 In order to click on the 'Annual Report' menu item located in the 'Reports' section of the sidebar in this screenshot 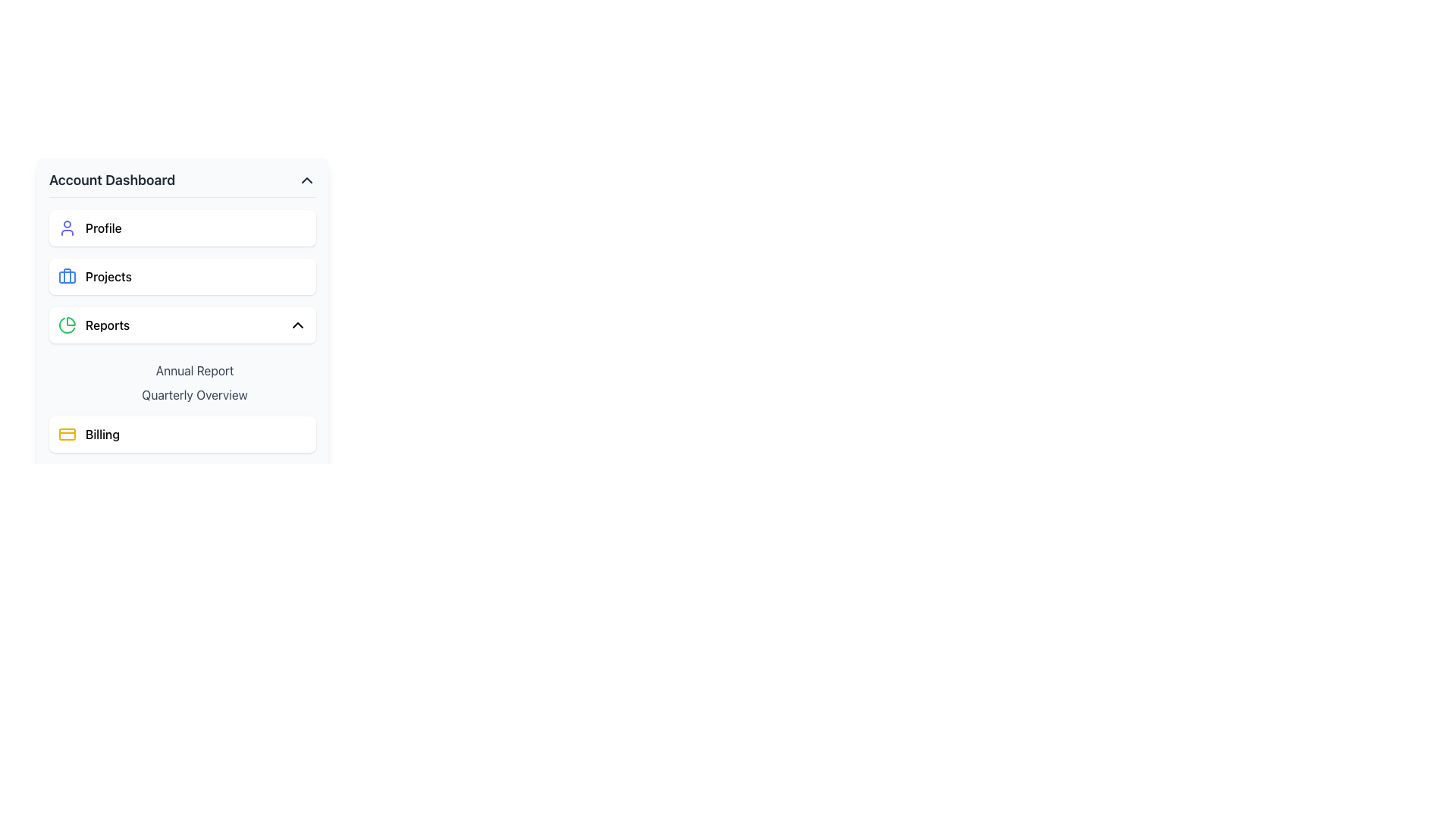, I will do `click(182, 379)`.